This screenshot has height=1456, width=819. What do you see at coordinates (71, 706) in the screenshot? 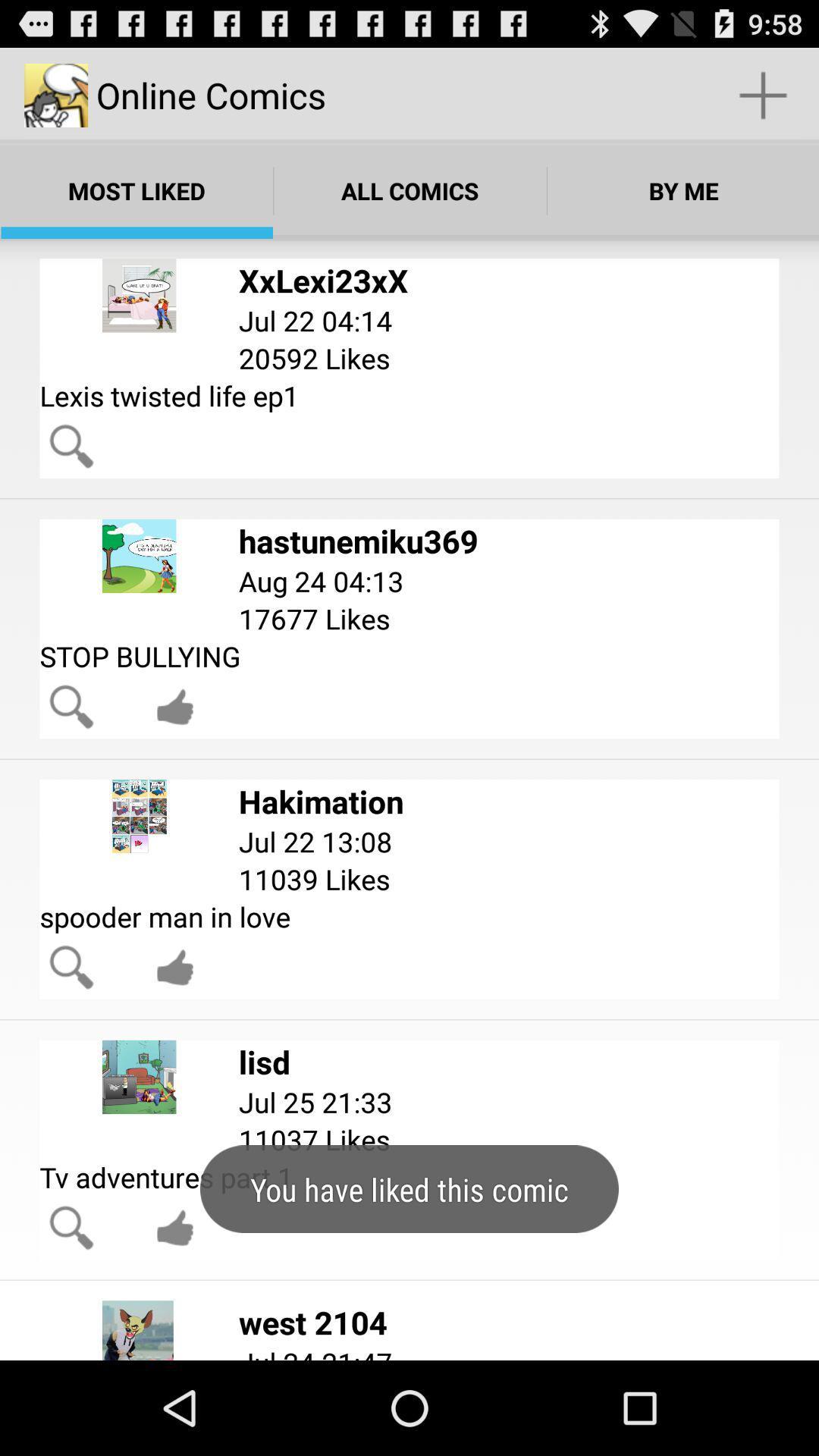
I see `search` at bounding box center [71, 706].